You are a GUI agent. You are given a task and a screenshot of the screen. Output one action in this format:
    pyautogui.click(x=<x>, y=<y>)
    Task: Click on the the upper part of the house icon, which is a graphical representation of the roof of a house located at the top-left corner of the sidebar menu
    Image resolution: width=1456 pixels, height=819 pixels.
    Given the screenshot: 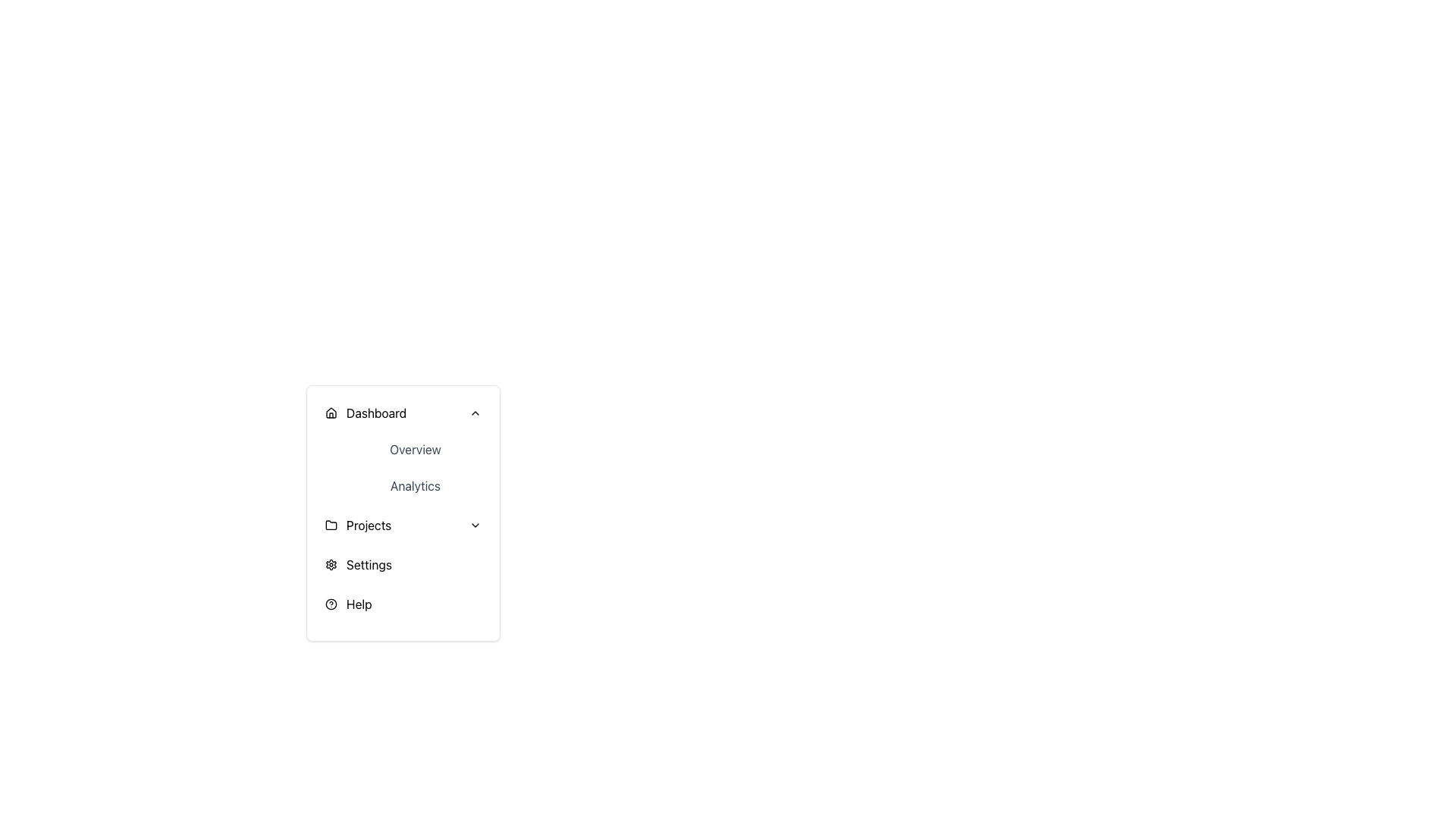 What is the action you would take?
    pyautogui.click(x=330, y=412)
    